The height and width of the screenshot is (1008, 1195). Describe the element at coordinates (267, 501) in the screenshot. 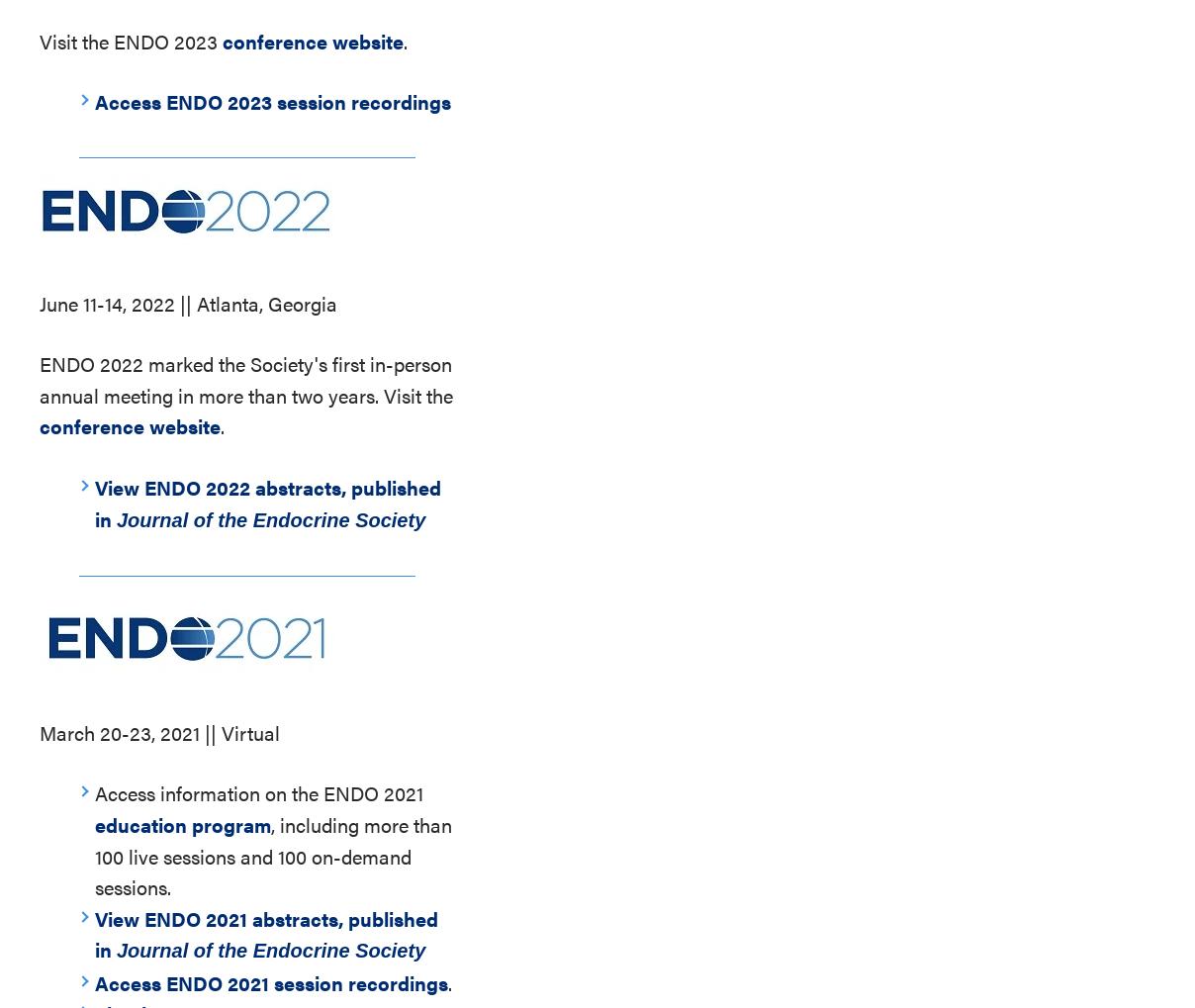

I see `'View ENDO 2022 abstracts, published in'` at that location.